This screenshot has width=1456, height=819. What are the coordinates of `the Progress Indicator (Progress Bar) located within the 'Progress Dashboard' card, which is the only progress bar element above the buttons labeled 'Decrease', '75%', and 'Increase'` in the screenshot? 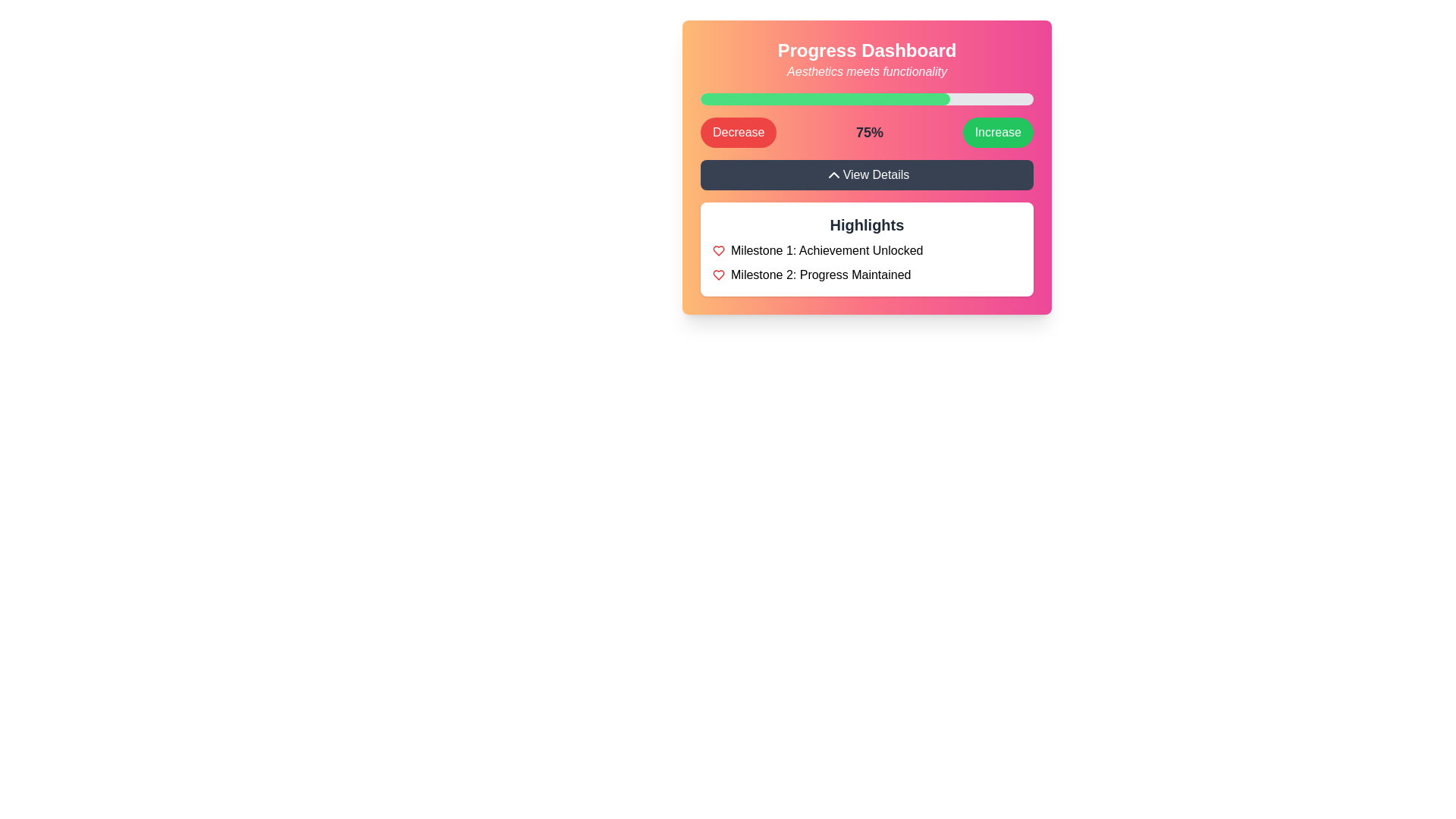 It's located at (867, 99).